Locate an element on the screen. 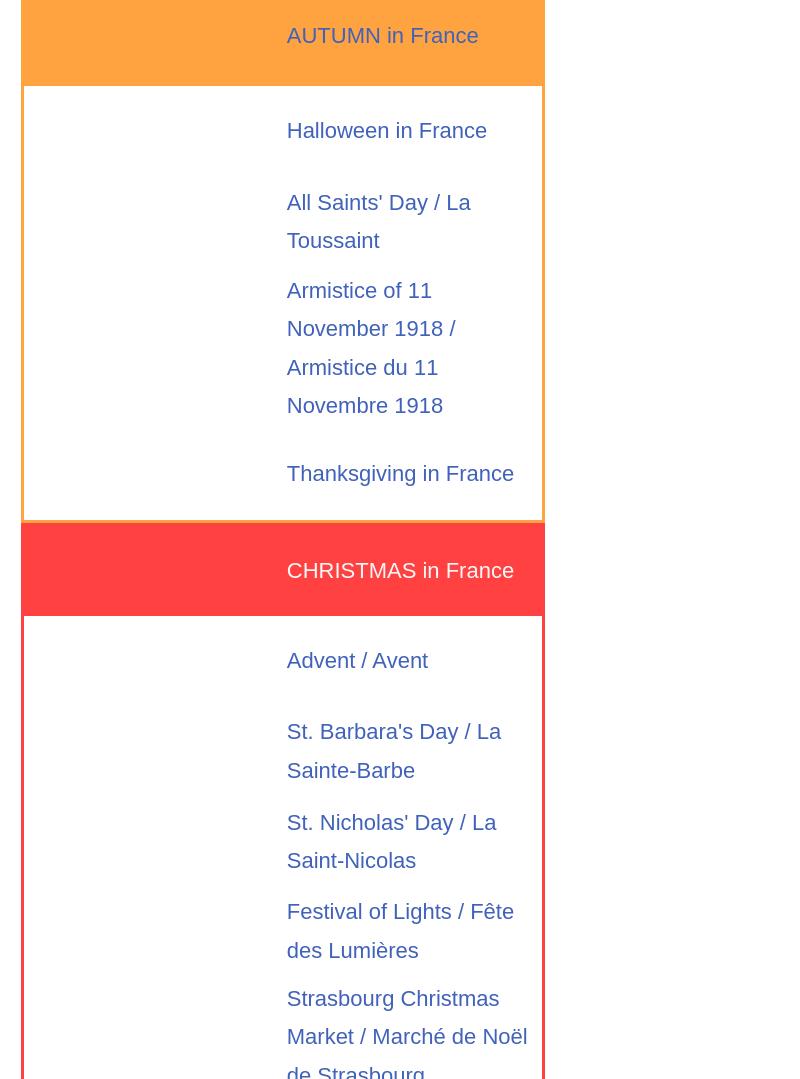 This screenshot has width=800, height=1079. 'Armistice of 11 November 1918 / Armistice du 11 Novembre 1918' is located at coordinates (369, 347).